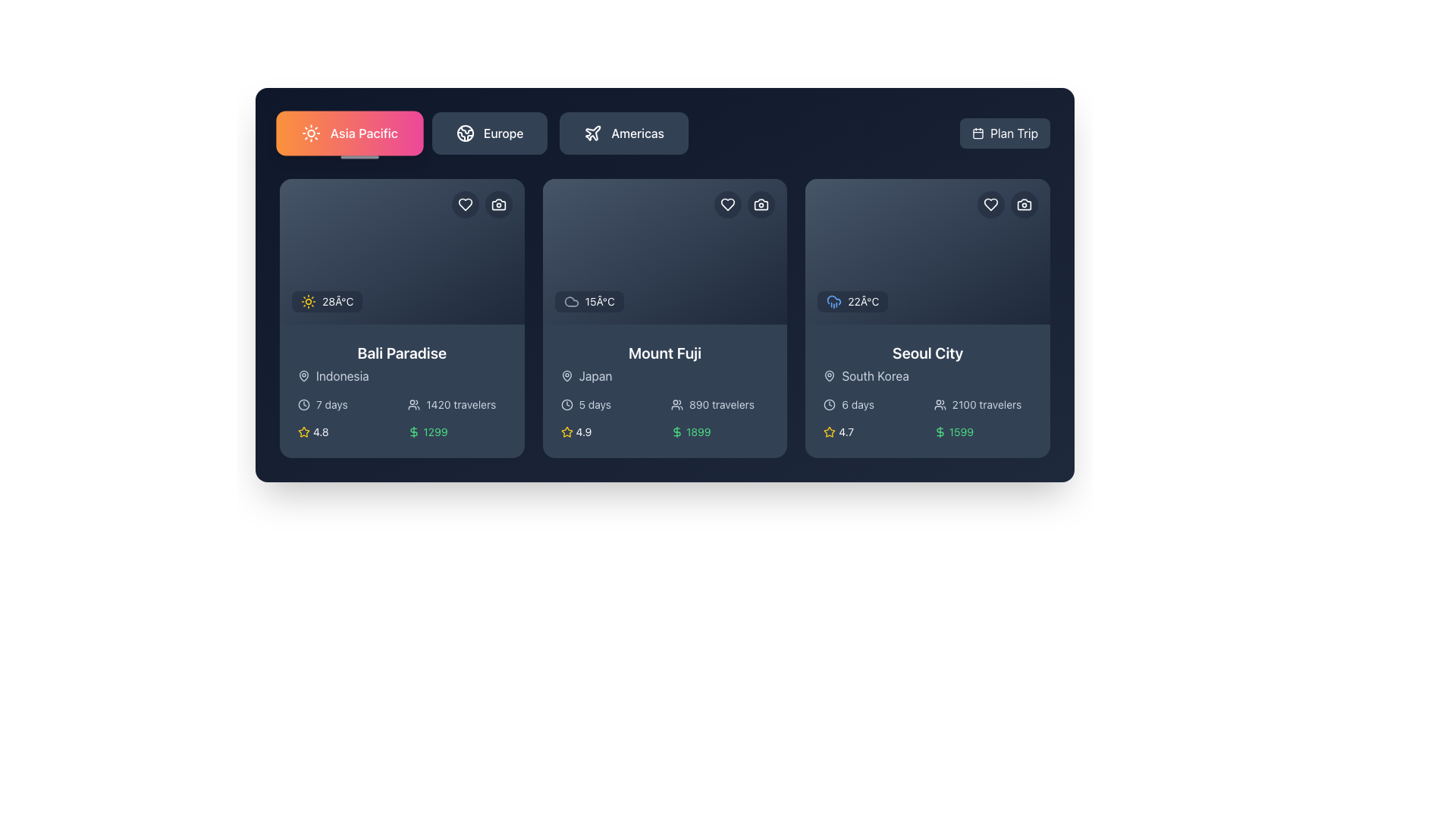 The image size is (1456, 819). What do you see at coordinates (939, 432) in the screenshot?
I see `the monetary amount icon located to the left of the text '1599' in the lower section of the 'Seoul City' card` at bounding box center [939, 432].